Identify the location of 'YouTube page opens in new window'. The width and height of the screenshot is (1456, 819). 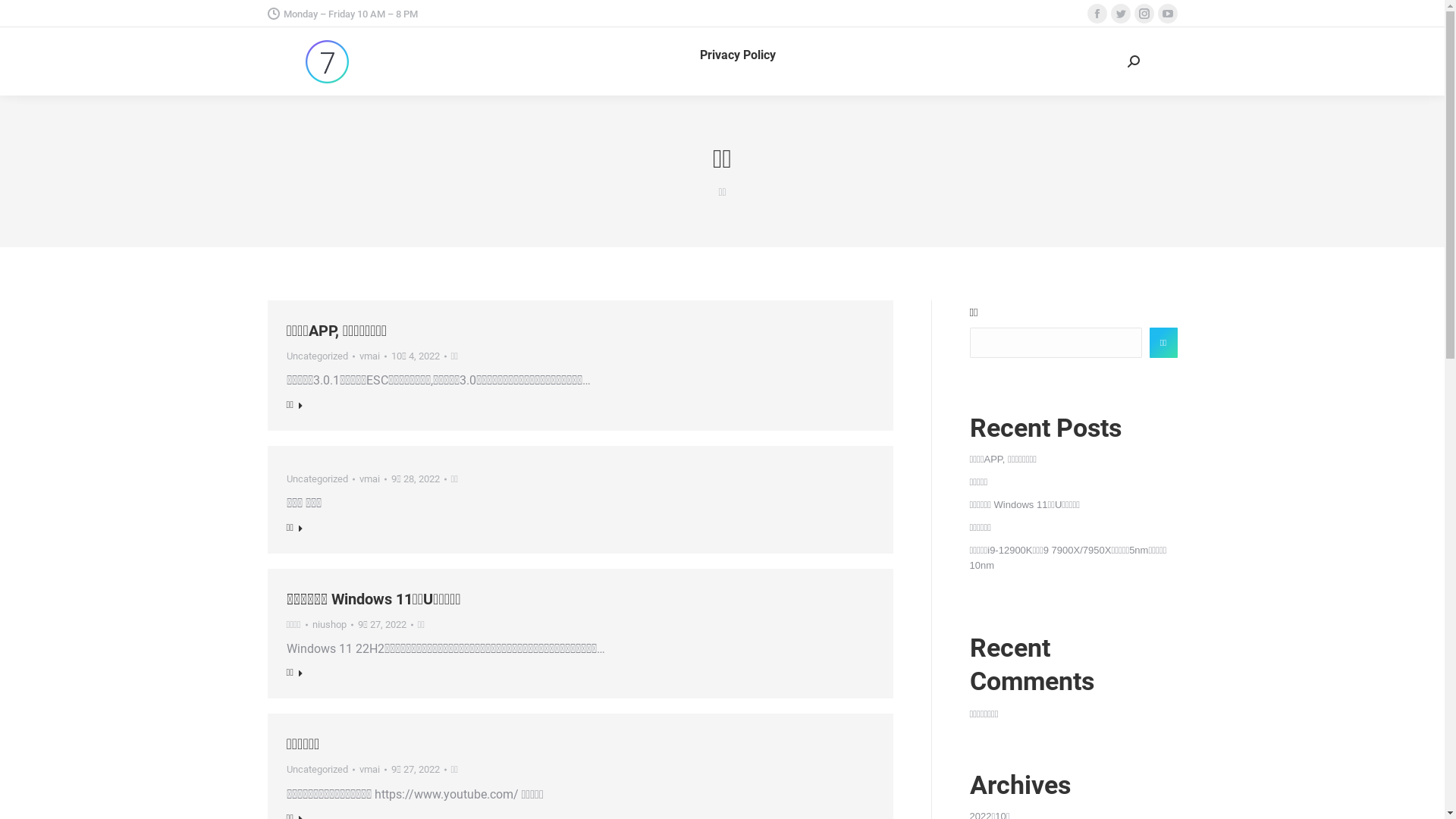
(1166, 14).